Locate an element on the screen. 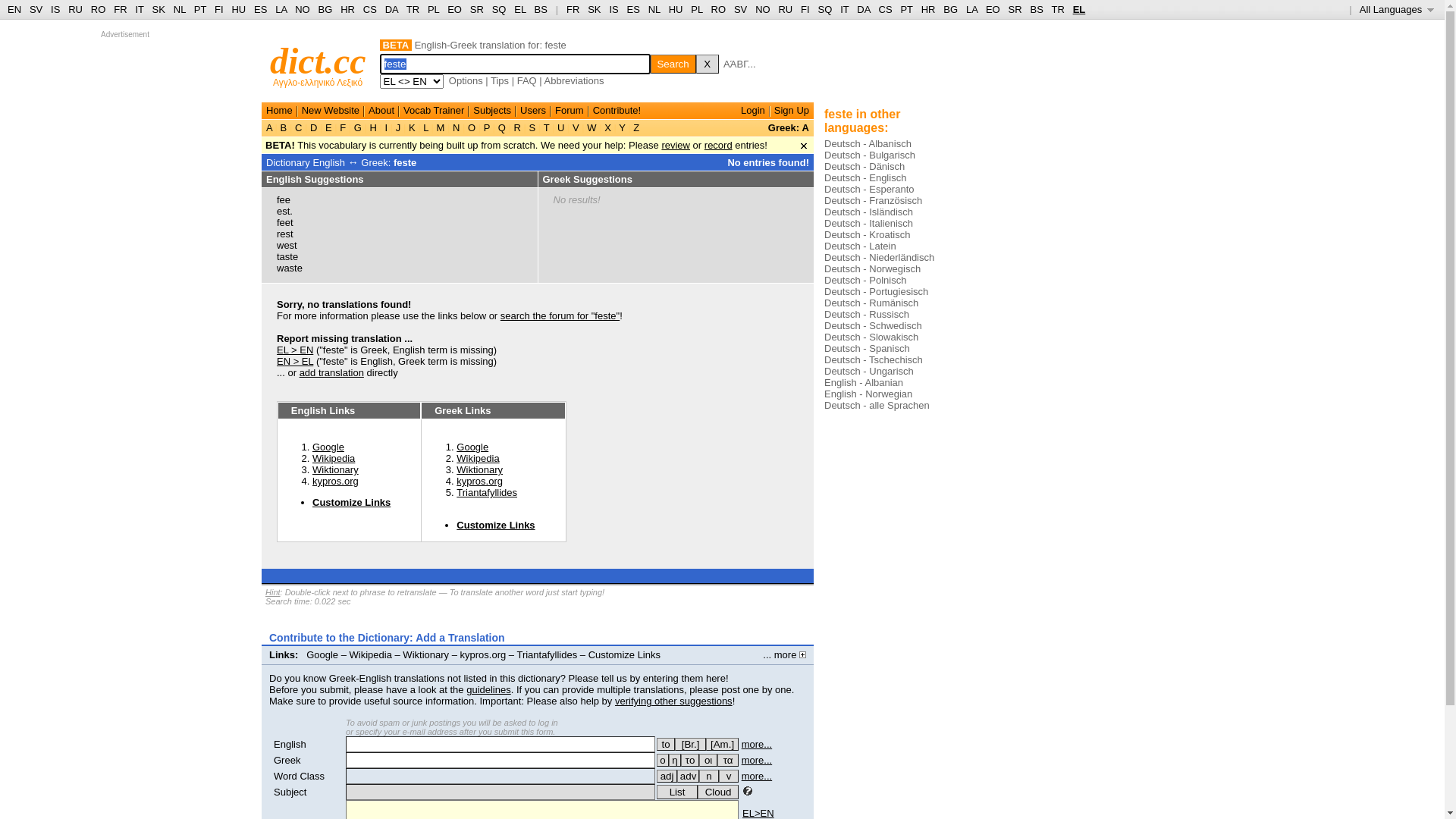 Image resolution: width=1456 pixels, height=819 pixels. 'IS' is located at coordinates (55, 9).